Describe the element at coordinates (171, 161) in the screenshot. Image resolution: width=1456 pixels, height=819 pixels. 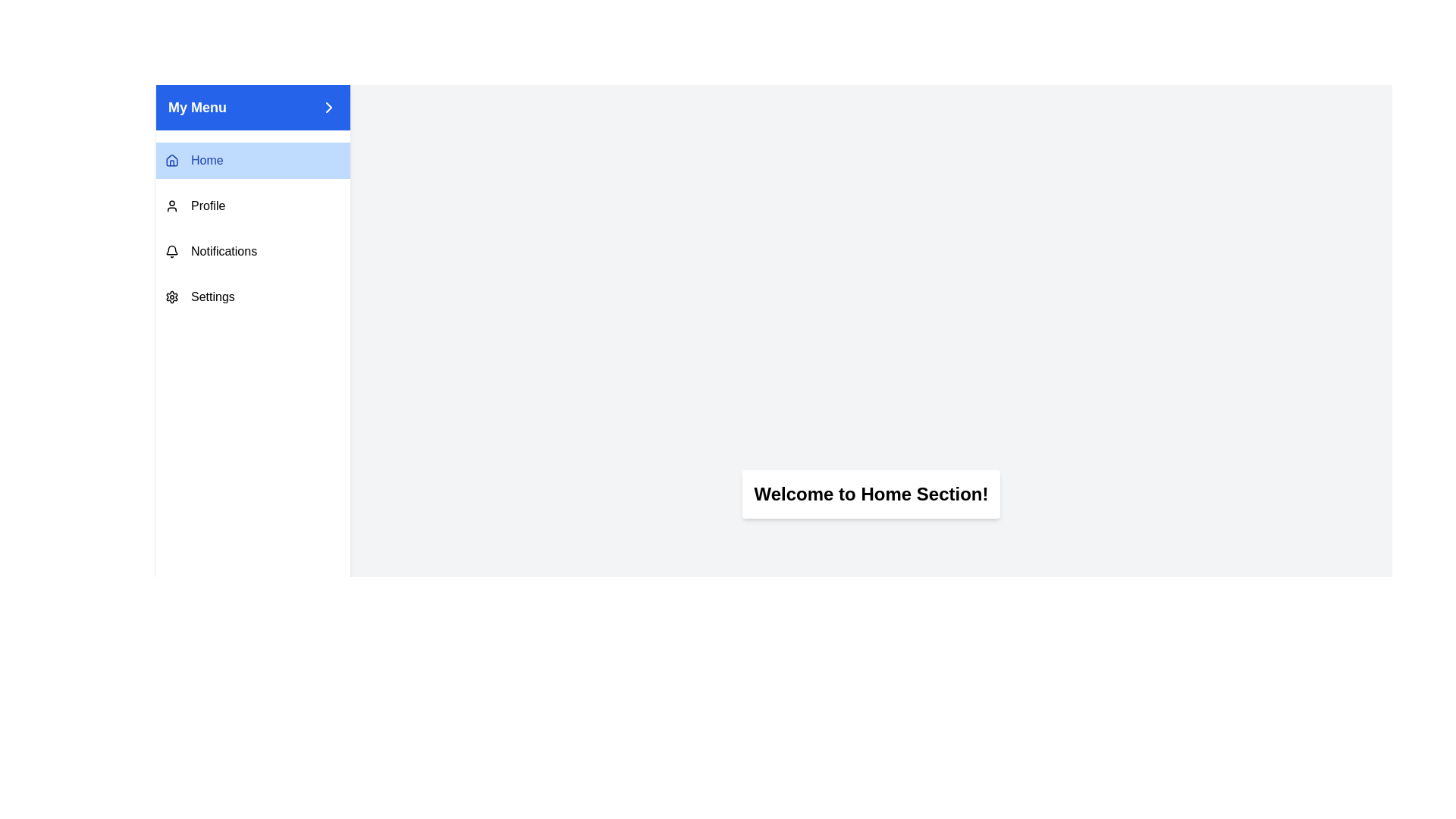
I see `the 'Home' navigation icon` at that location.